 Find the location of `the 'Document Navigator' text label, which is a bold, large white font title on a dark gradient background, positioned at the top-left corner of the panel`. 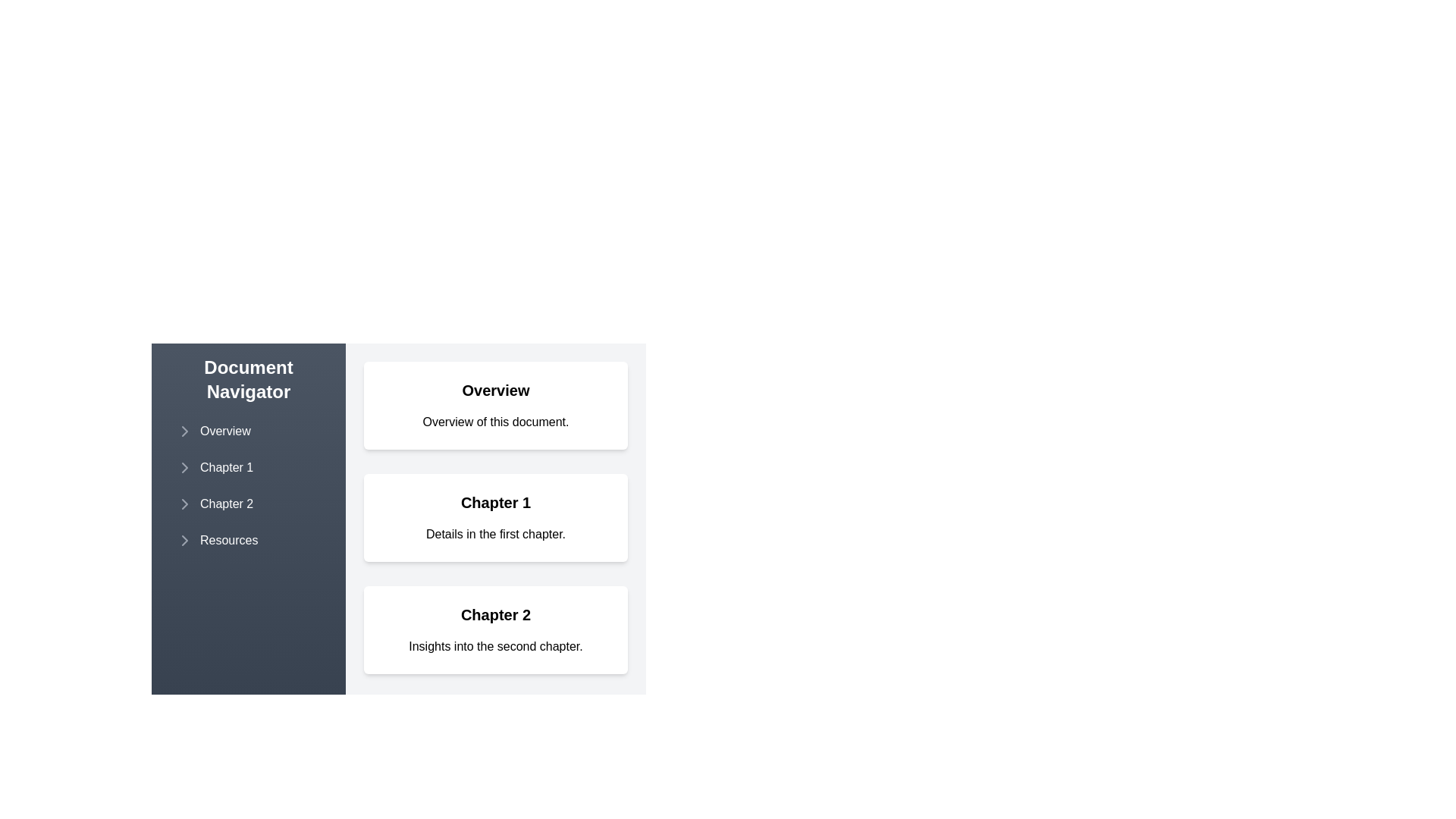

the 'Document Navigator' text label, which is a bold, large white font title on a dark gradient background, positioned at the top-left corner of the panel is located at coordinates (248, 379).